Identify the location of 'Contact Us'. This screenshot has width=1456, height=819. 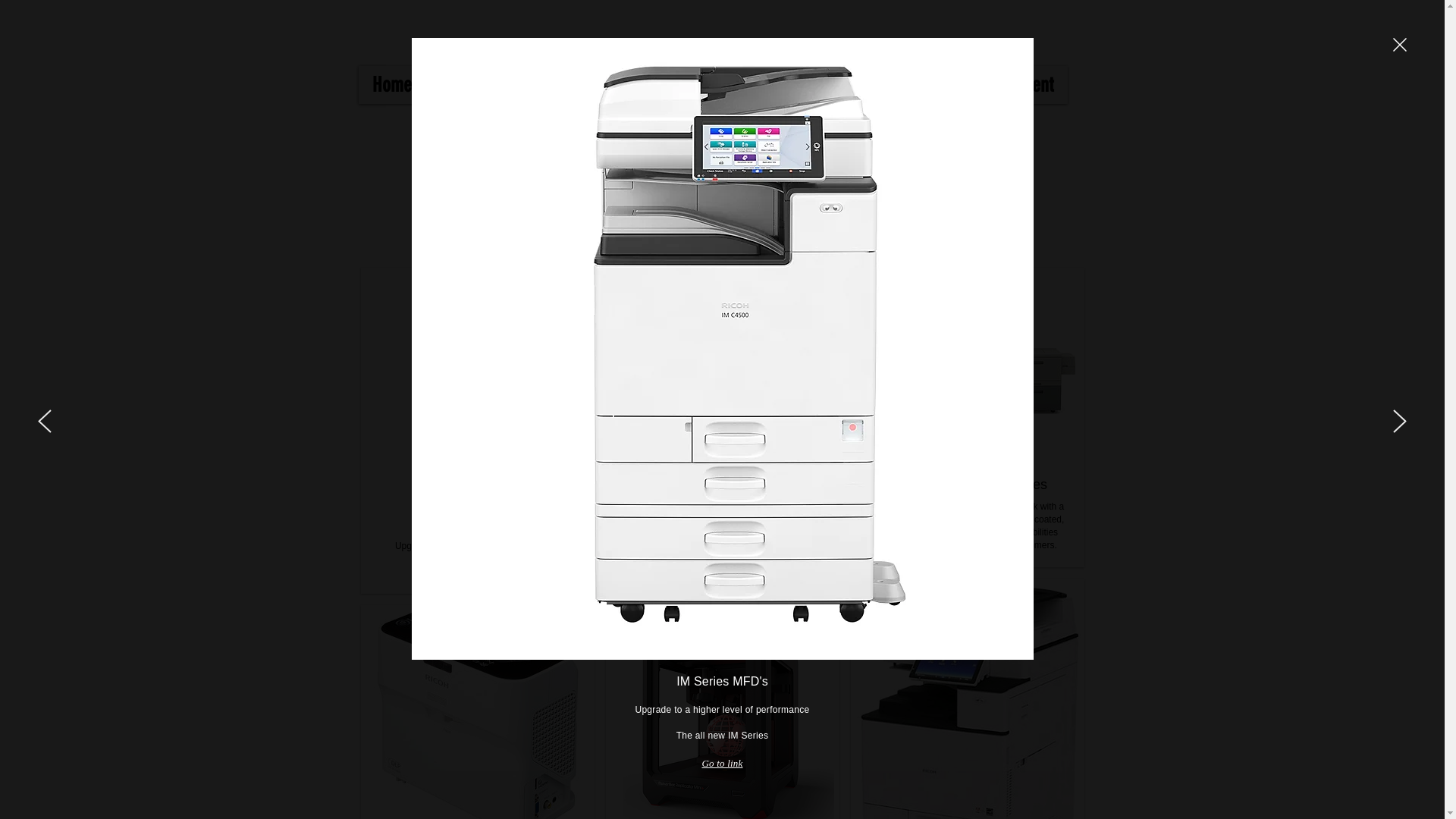
(771, 84).